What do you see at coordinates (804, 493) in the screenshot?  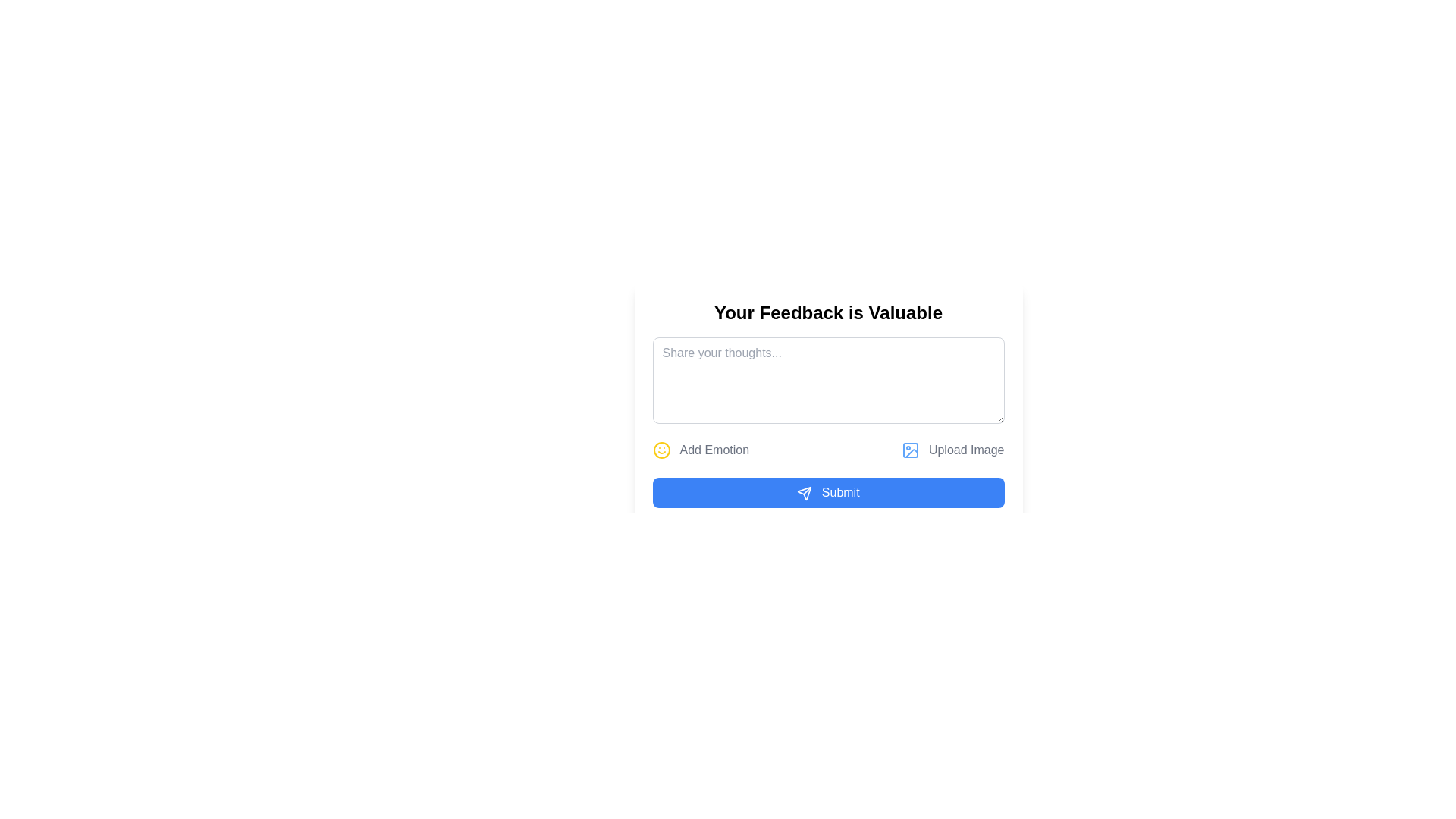 I see `the paper airplane icon representing the 'send' action, located to the left of the 'Submit' text within a blue button at the bottom center of the interface` at bounding box center [804, 493].